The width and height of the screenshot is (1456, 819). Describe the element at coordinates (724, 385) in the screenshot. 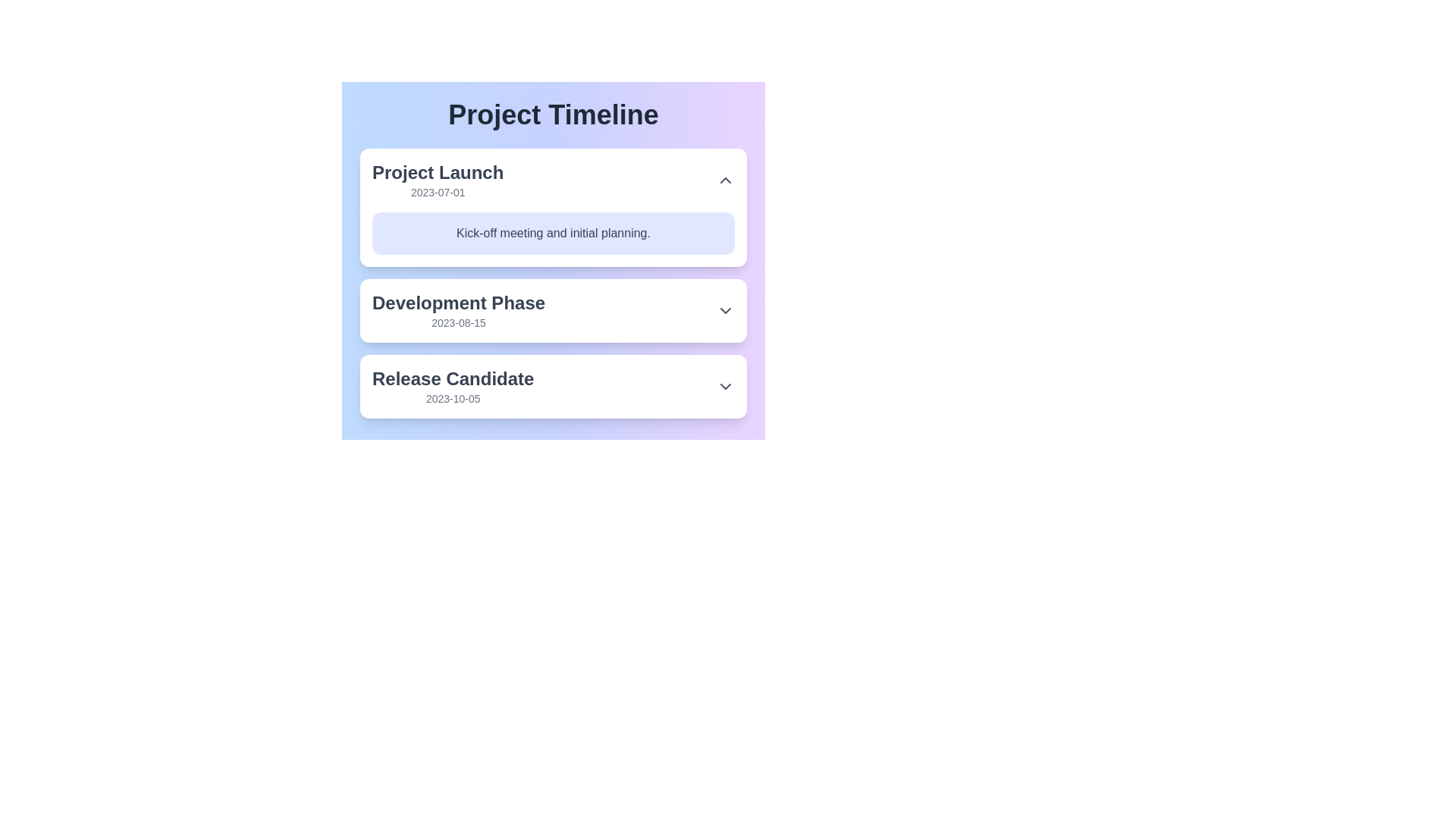

I see `the Chevron Icon located to the far right of the 'Release Candidate' text in the card labeled 'Release Candidate', positioned in the bottom section of the interface` at that location.